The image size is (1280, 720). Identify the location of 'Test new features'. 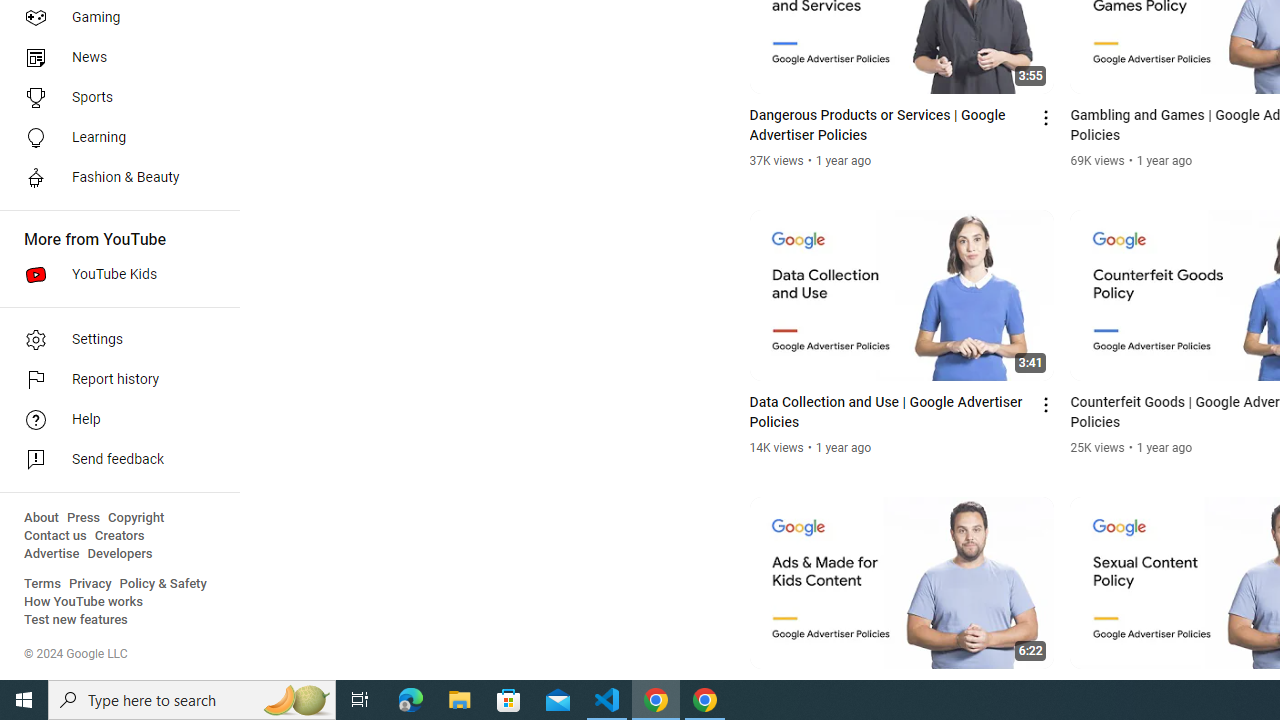
(76, 619).